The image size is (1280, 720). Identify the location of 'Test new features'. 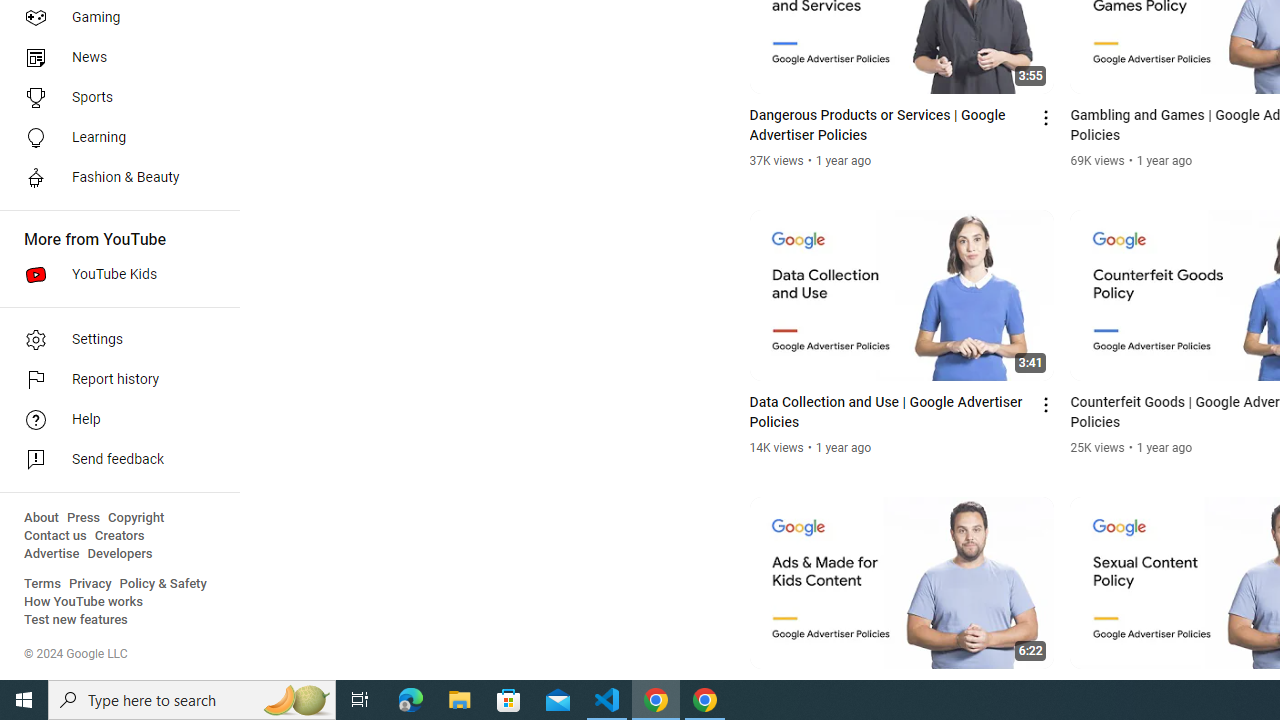
(76, 619).